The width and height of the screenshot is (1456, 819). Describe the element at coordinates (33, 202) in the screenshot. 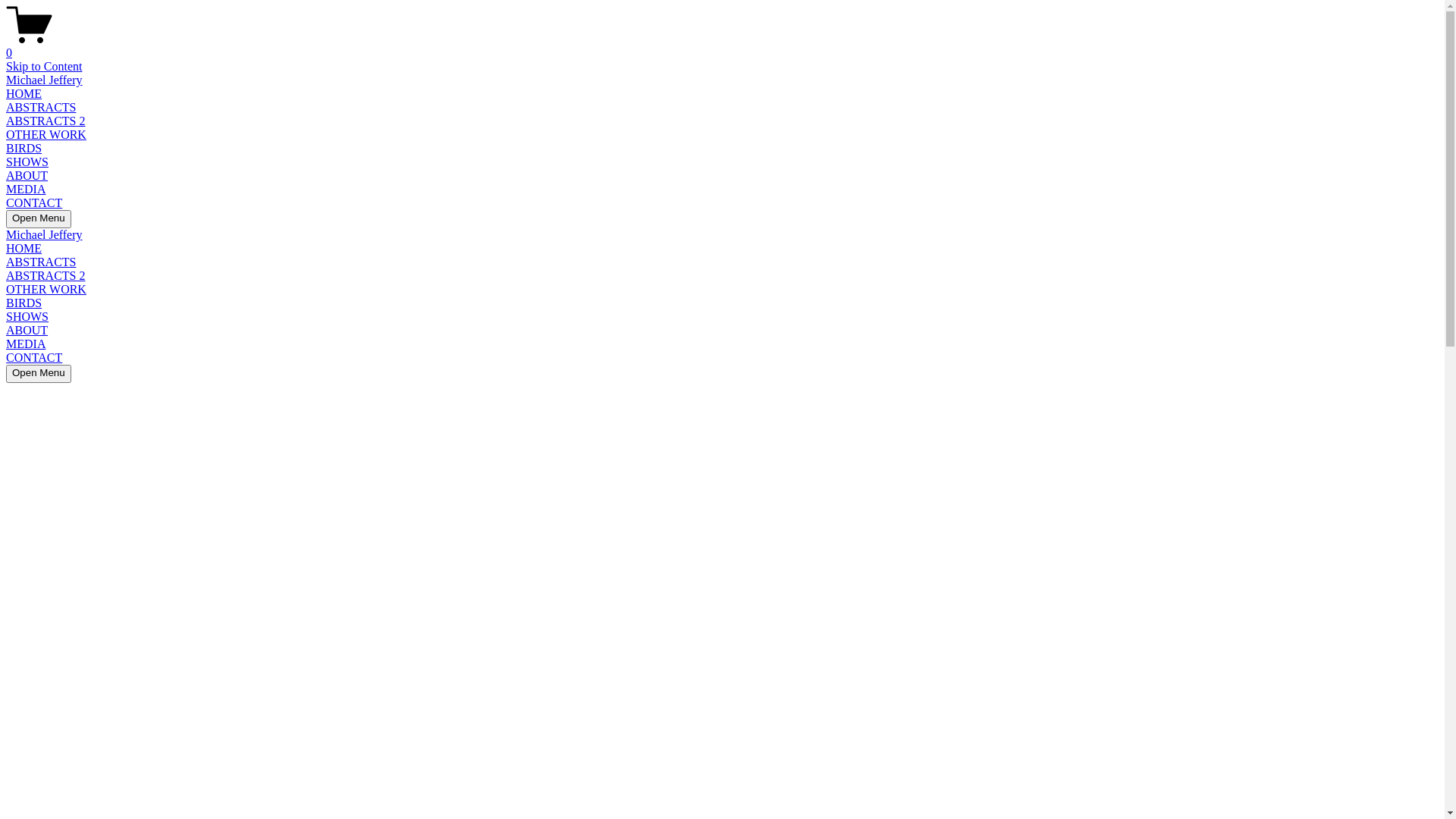

I see `'CONTACT'` at that location.